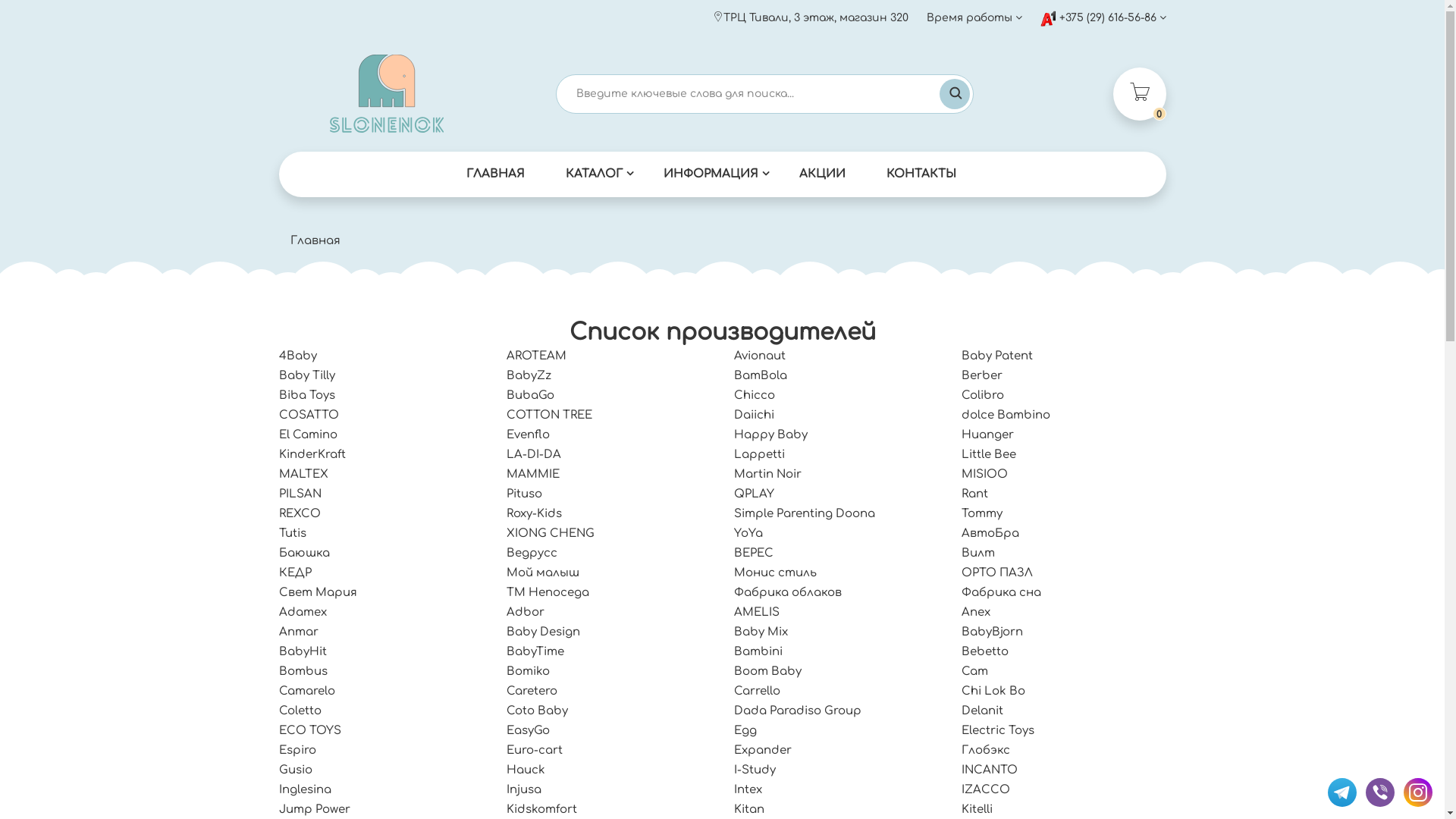 Image resolution: width=1456 pixels, height=819 pixels. I want to click on 'Biba Toys', so click(306, 394).